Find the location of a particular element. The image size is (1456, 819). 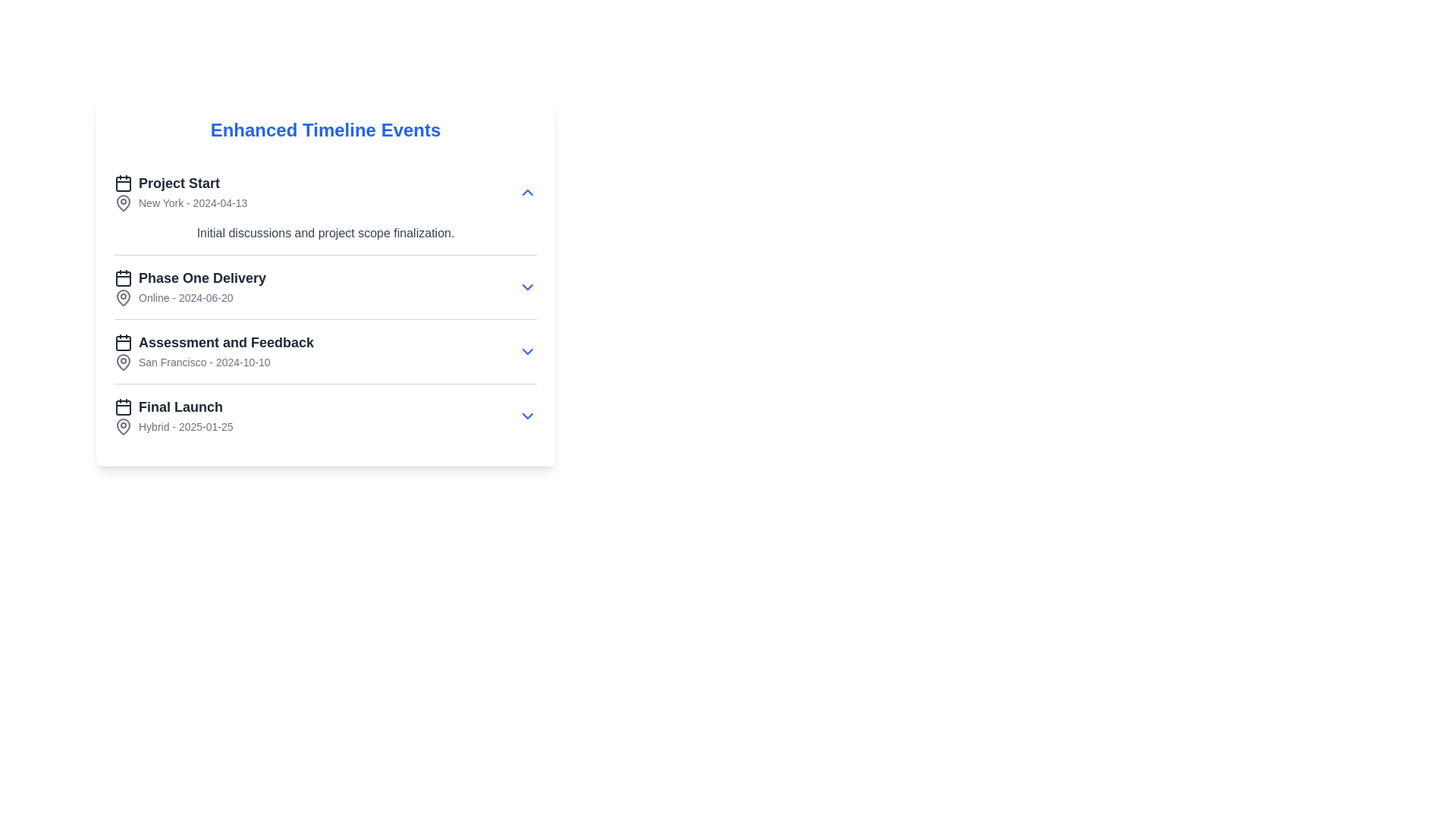

the pin-shaped icon, which is a minimalistic outline indicating a location, part of the 'Final Launch' item in the timeline interface, located near the text 'Hybrid - 2025-01-25' is located at coordinates (124, 426).